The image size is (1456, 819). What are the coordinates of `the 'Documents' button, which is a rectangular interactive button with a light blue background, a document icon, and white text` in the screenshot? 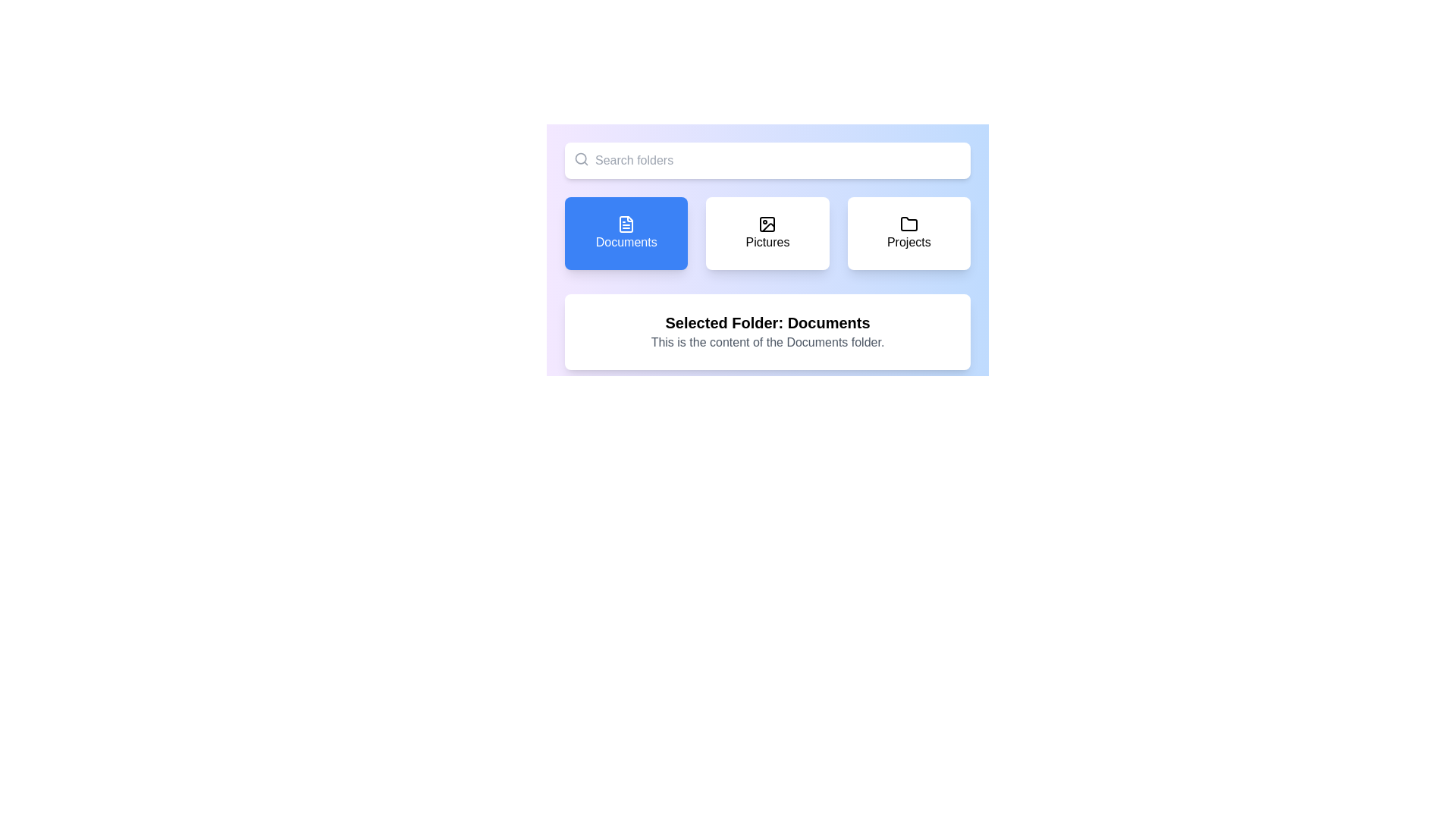 It's located at (626, 234).